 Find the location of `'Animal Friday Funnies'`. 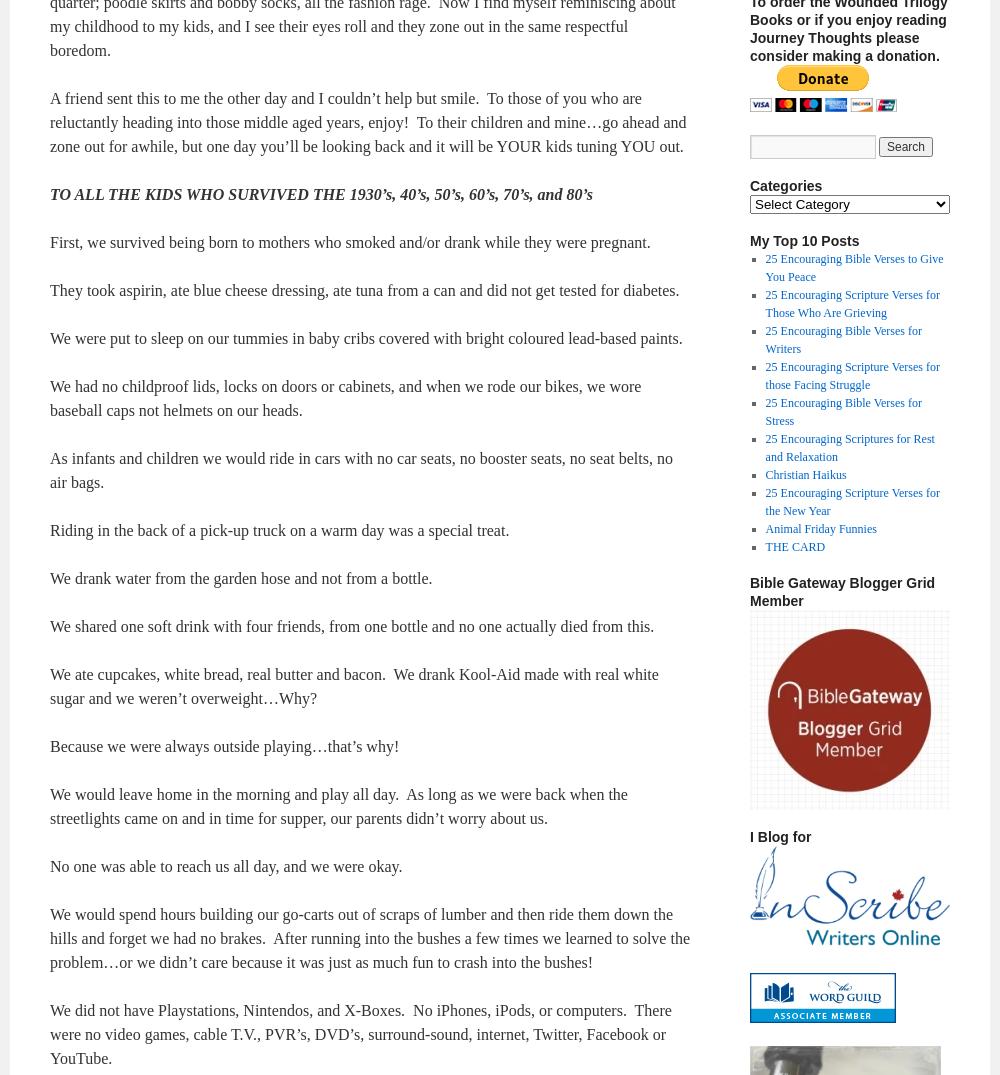

'Animal Friday Funnies' is located at coordinates (819, 528).